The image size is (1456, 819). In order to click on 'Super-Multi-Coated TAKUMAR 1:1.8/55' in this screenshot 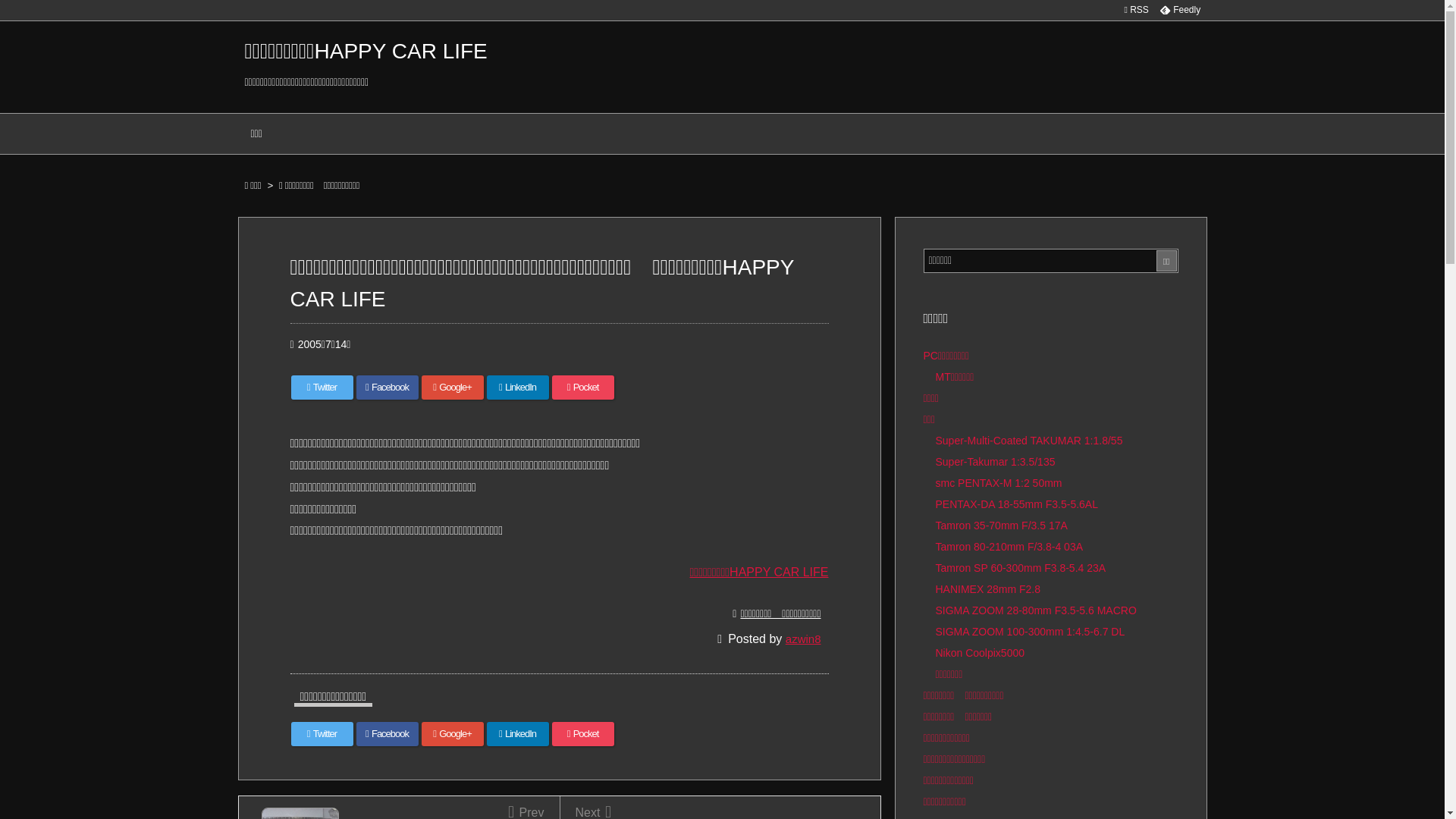, I will do `click(1029, 441)`.